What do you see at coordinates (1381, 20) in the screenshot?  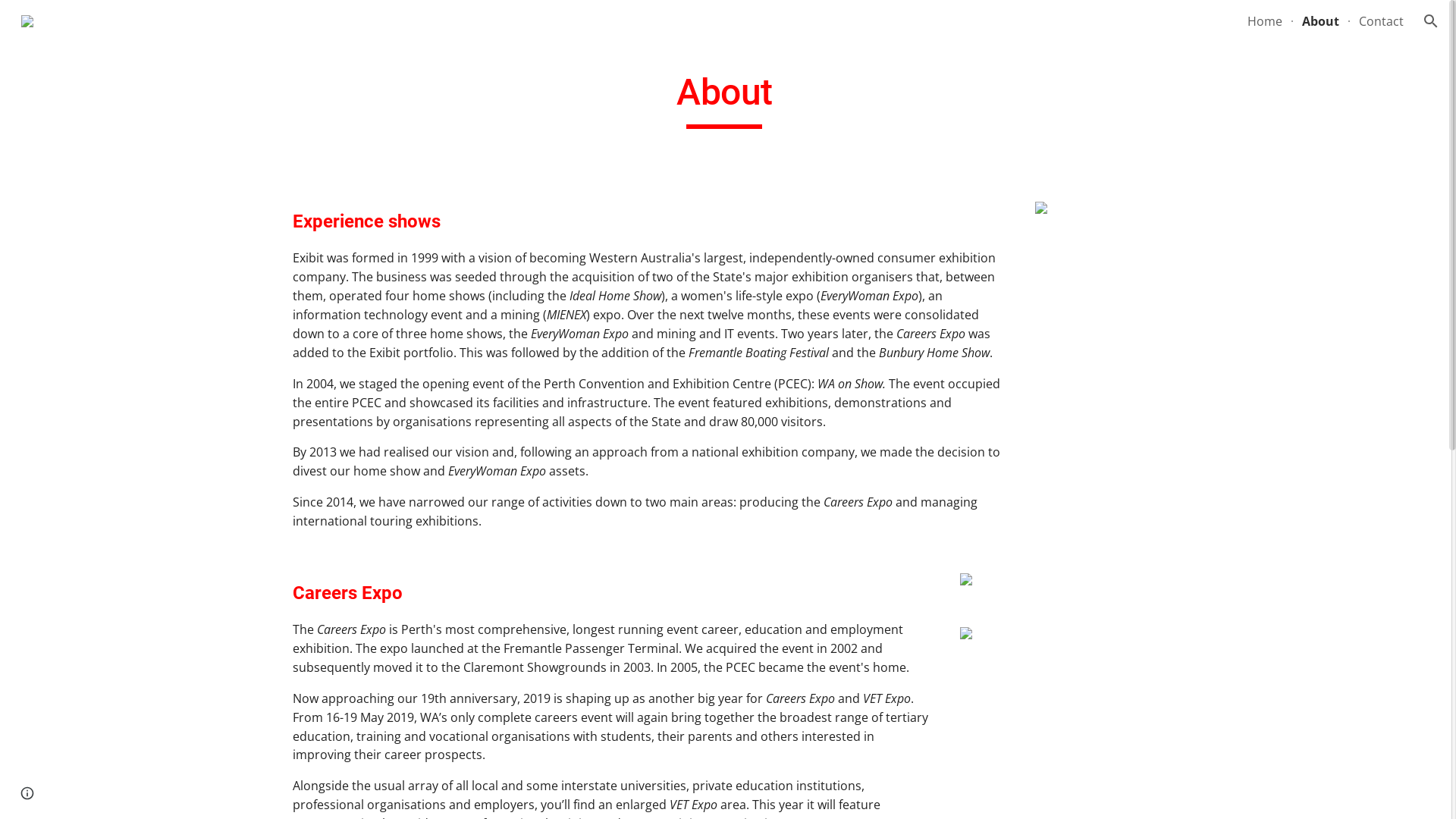 I see `'Contact'` at bounding box center [1381, 20].